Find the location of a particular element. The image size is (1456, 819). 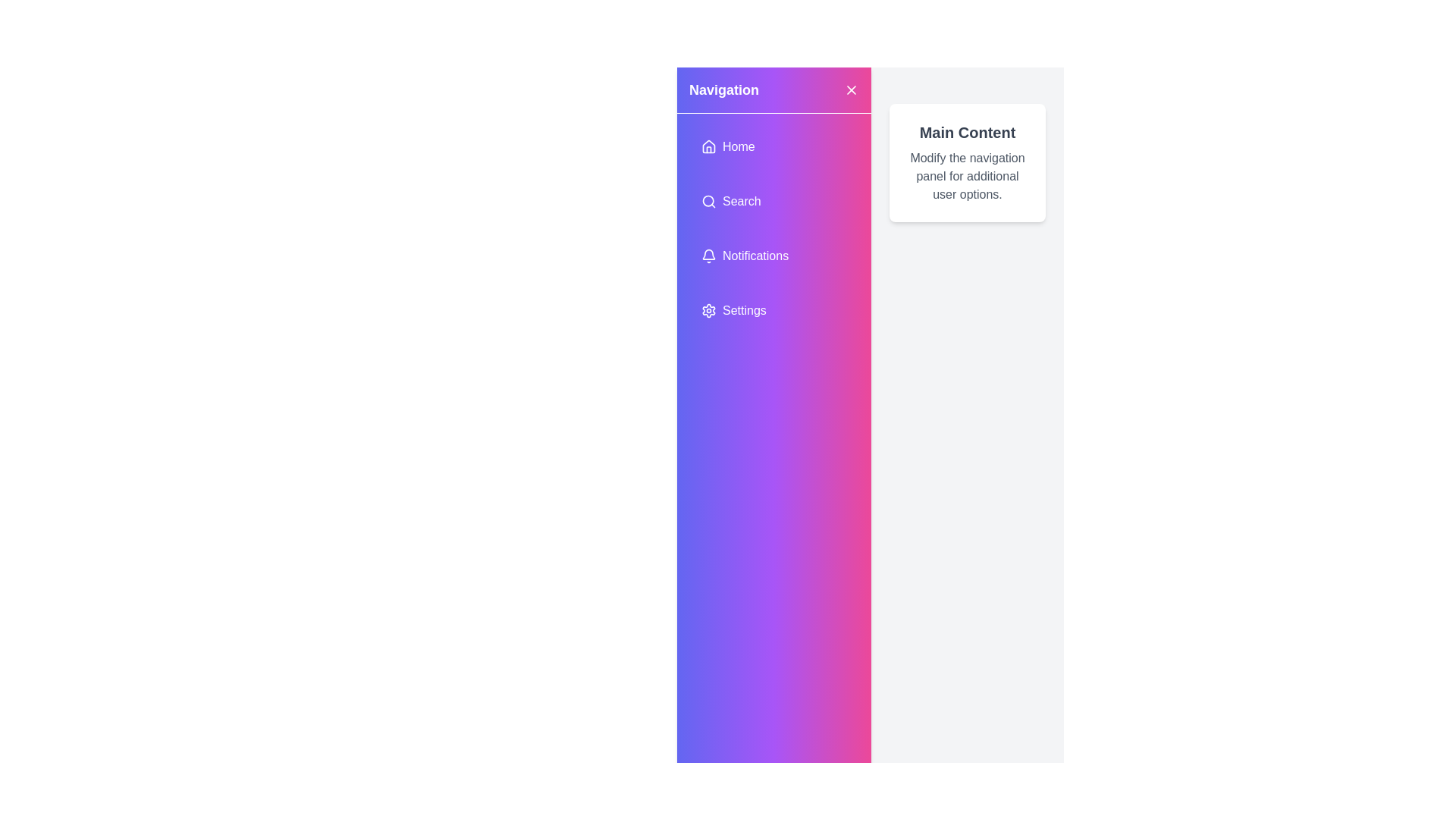

the house-shaped icon filled with a gradient color located near the top-left corner of the navigation panel, adjacent to the text 'Home' is located at coordinates (708, 146).